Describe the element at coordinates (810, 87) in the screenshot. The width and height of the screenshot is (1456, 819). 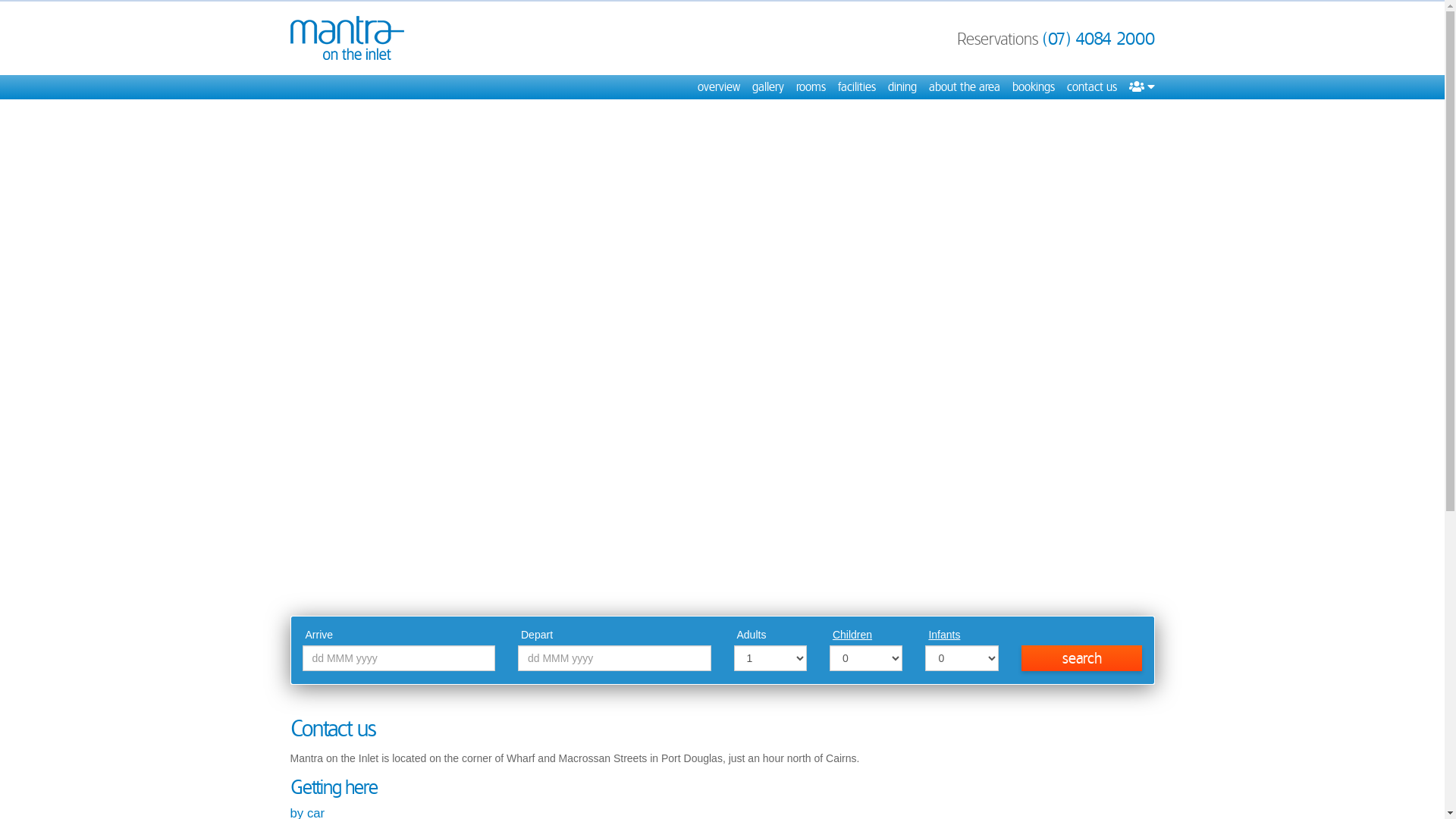
I see `'rooms'` at that location.